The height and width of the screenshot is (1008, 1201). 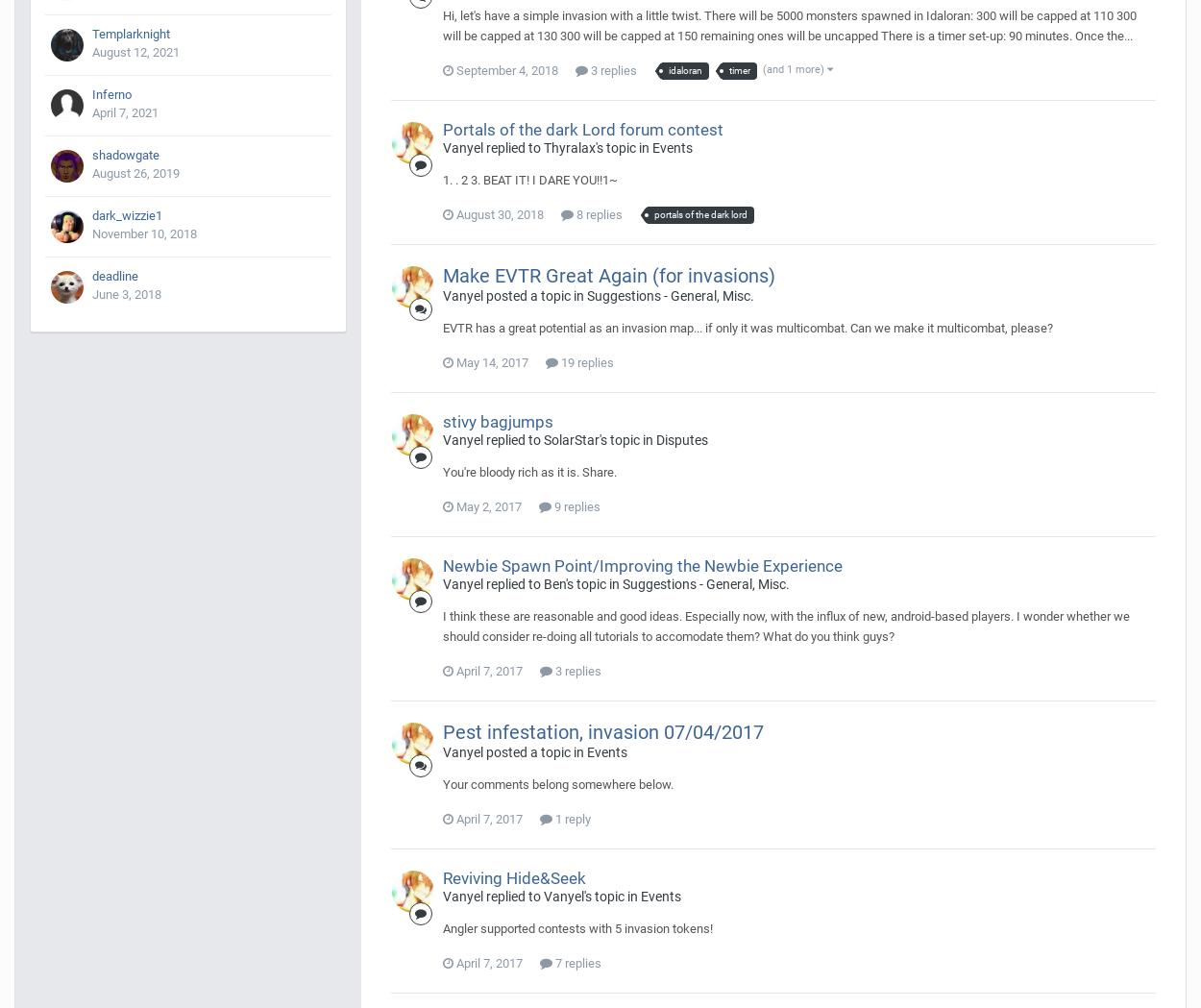 I want to click on 'Vanyel replied to SolarStar's topic in', so click(x=549, y=439).